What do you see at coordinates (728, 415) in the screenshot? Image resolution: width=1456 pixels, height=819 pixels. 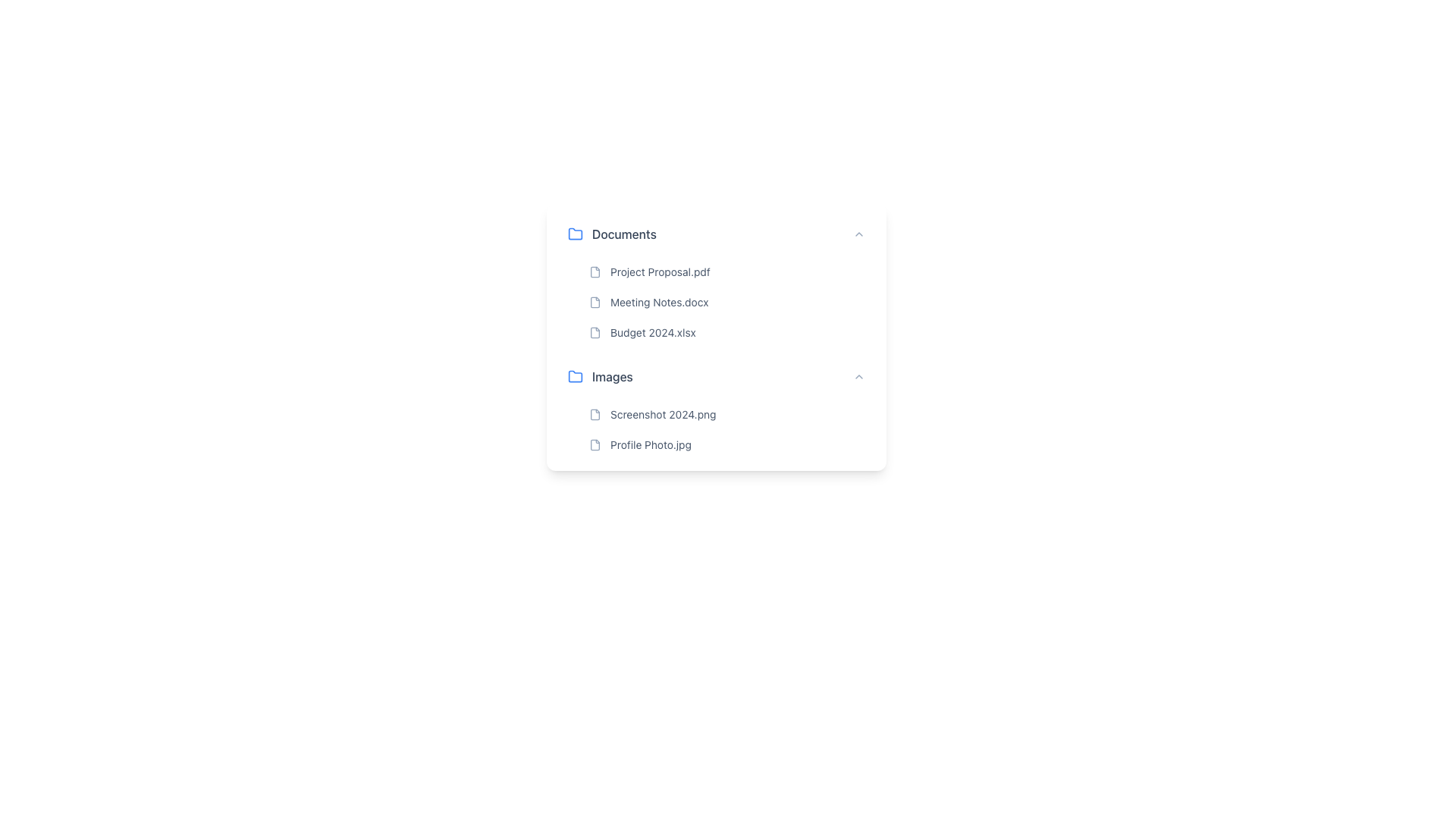 I see `the file entry representing 'Screenshot 2024.png'` at bounding box center [728, 415].